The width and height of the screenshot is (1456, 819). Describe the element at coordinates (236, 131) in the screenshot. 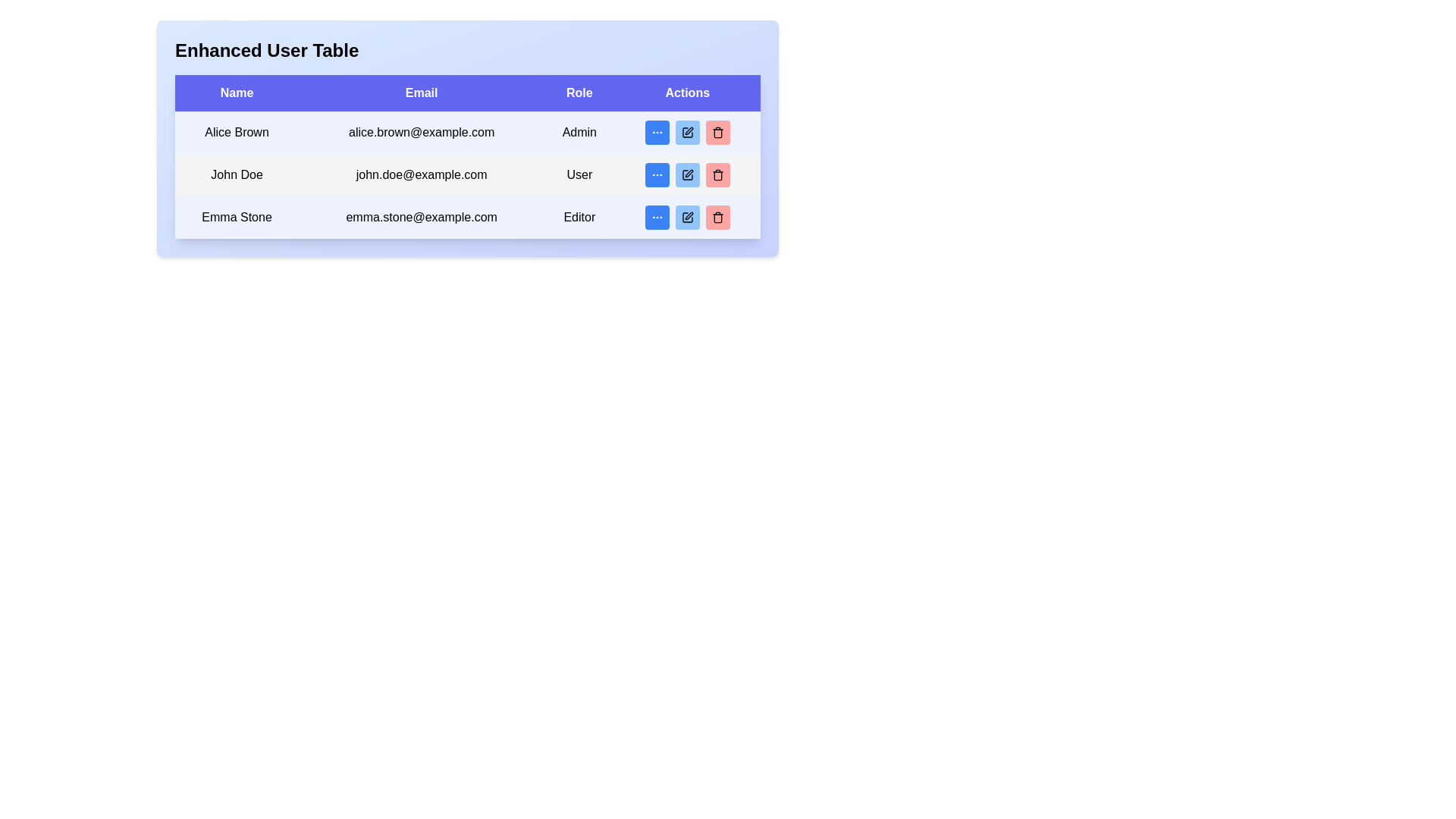

I see `displayed text of the Text Label that shows the user's name in the first row under the 'Name' column of the 'Enhanced User Table'` at that location.